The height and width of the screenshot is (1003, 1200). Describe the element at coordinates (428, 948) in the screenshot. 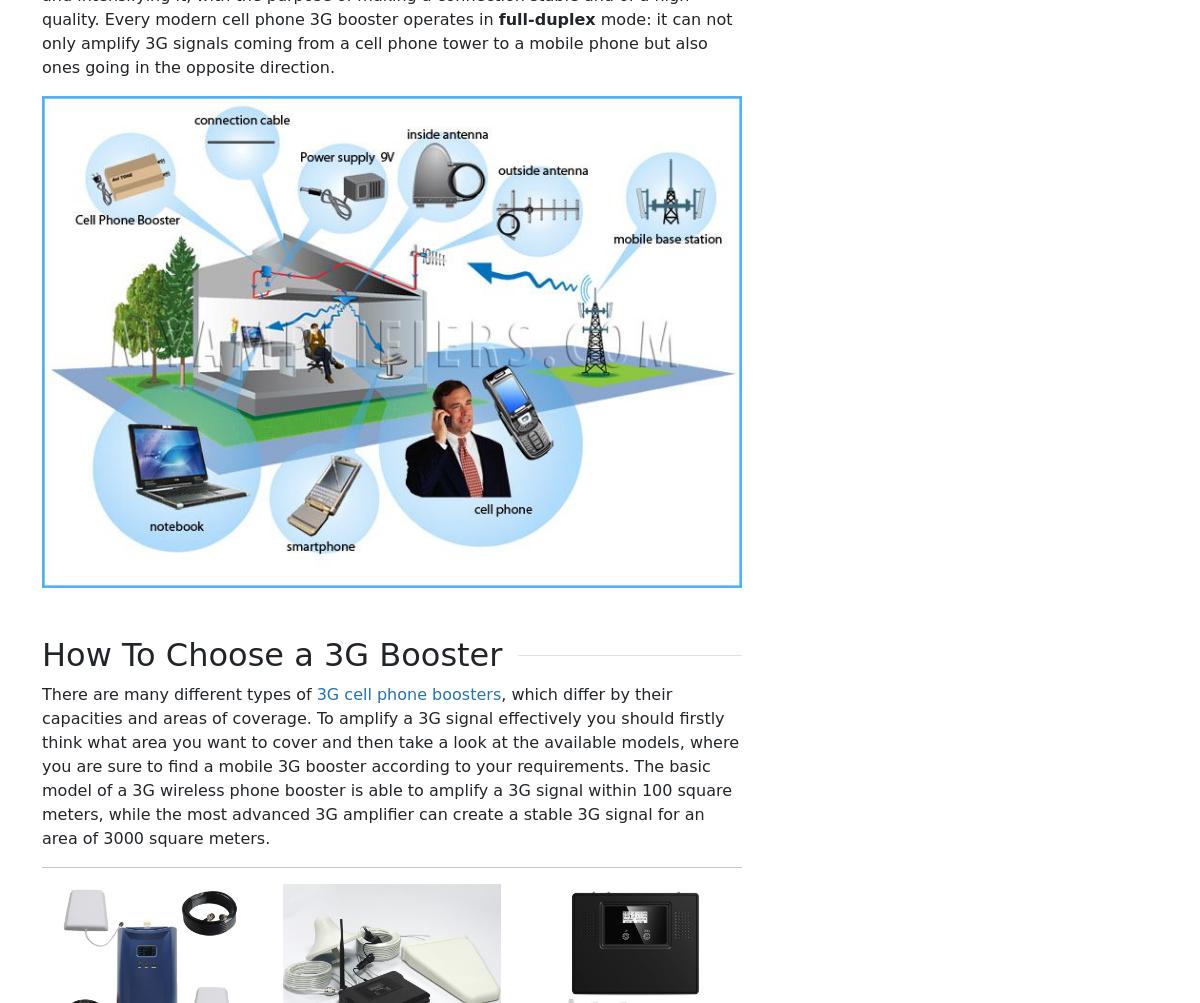

I see `'No packages will be accepted!'` at that location.